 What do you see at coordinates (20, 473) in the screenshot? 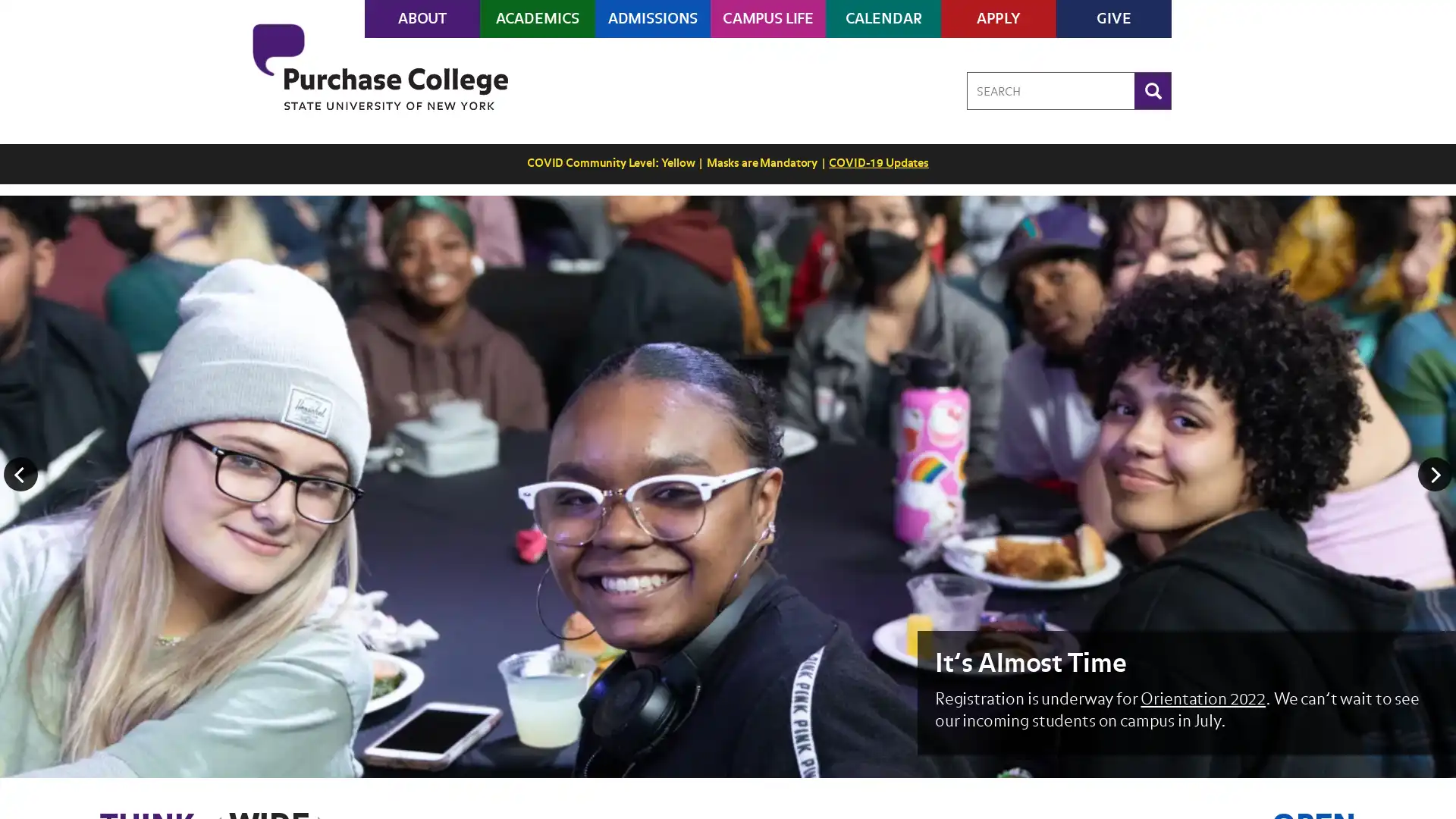
I see `Previous Image` at bounding box center [20, 473].